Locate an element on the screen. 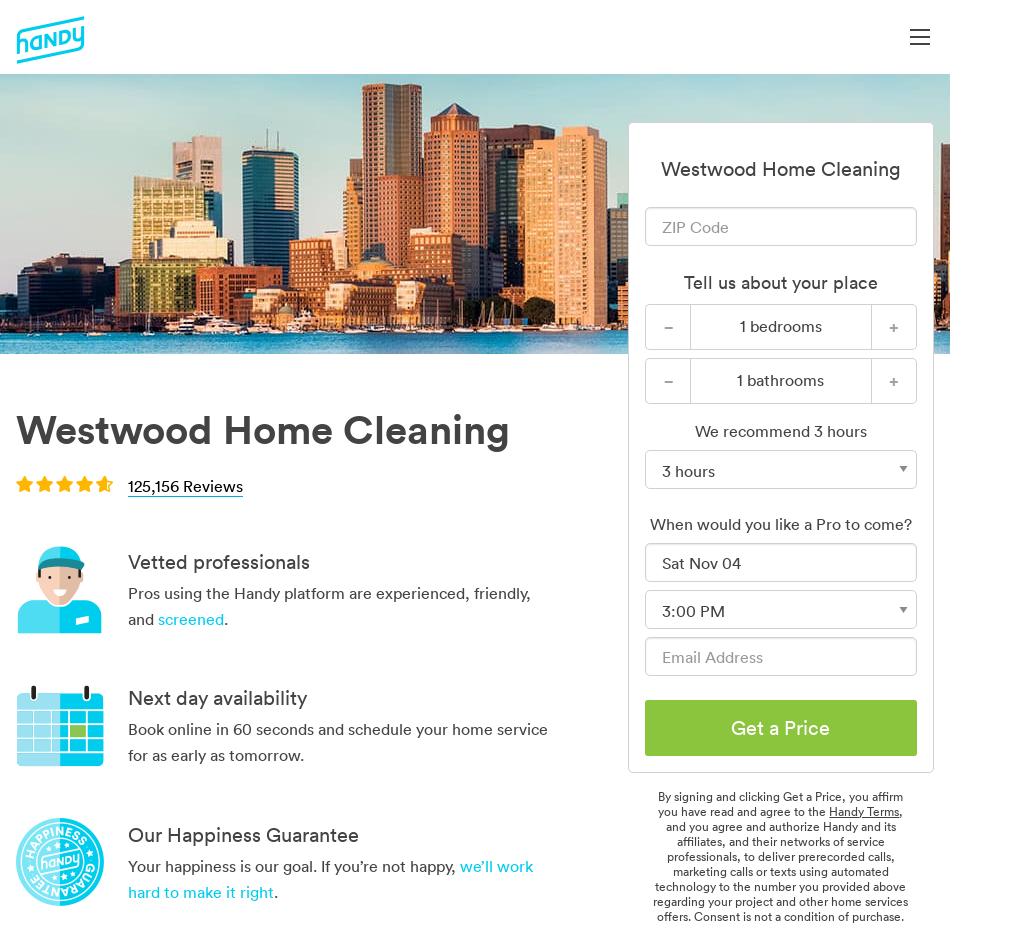 Image resolution: width=1024 pixels, height=936 pixels. 'When would you like a Pro to come?' is located at coordinates (648, 523).